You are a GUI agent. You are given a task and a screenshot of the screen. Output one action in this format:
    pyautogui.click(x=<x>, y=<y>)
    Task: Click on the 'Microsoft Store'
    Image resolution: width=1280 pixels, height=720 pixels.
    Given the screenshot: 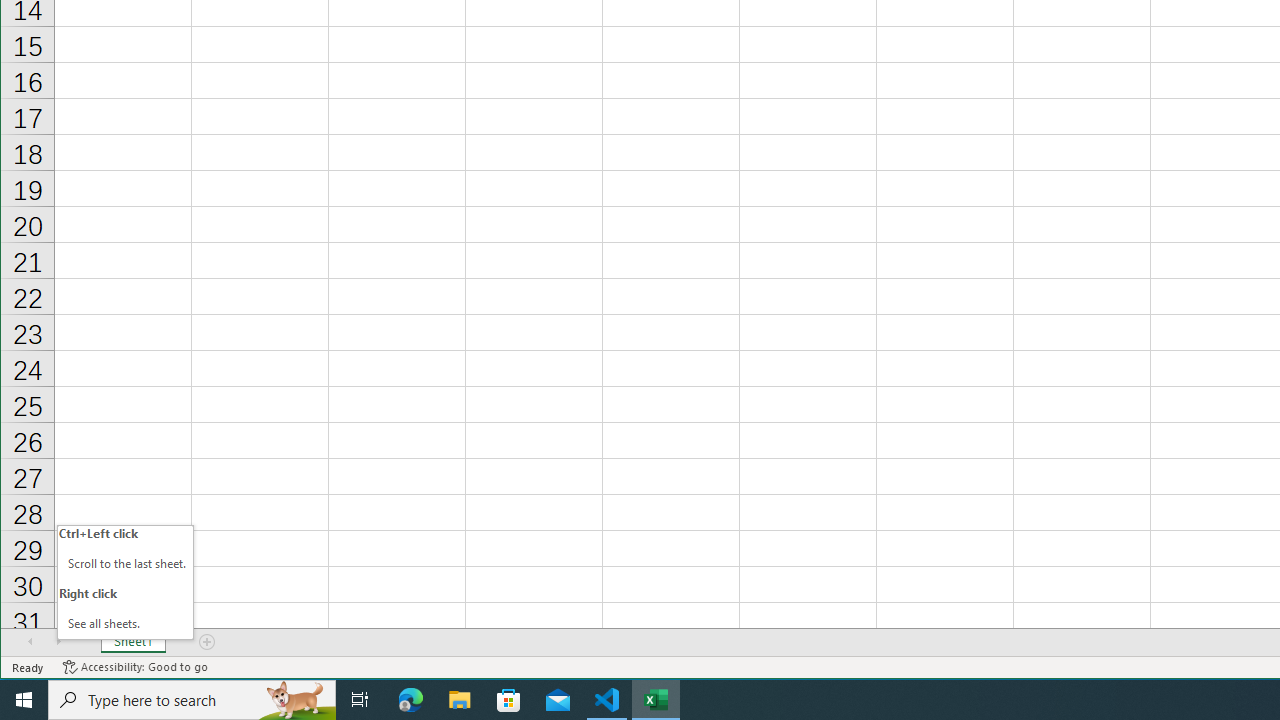 What is the action you would take?
    pyautogui.click(x=509, y=698)
    